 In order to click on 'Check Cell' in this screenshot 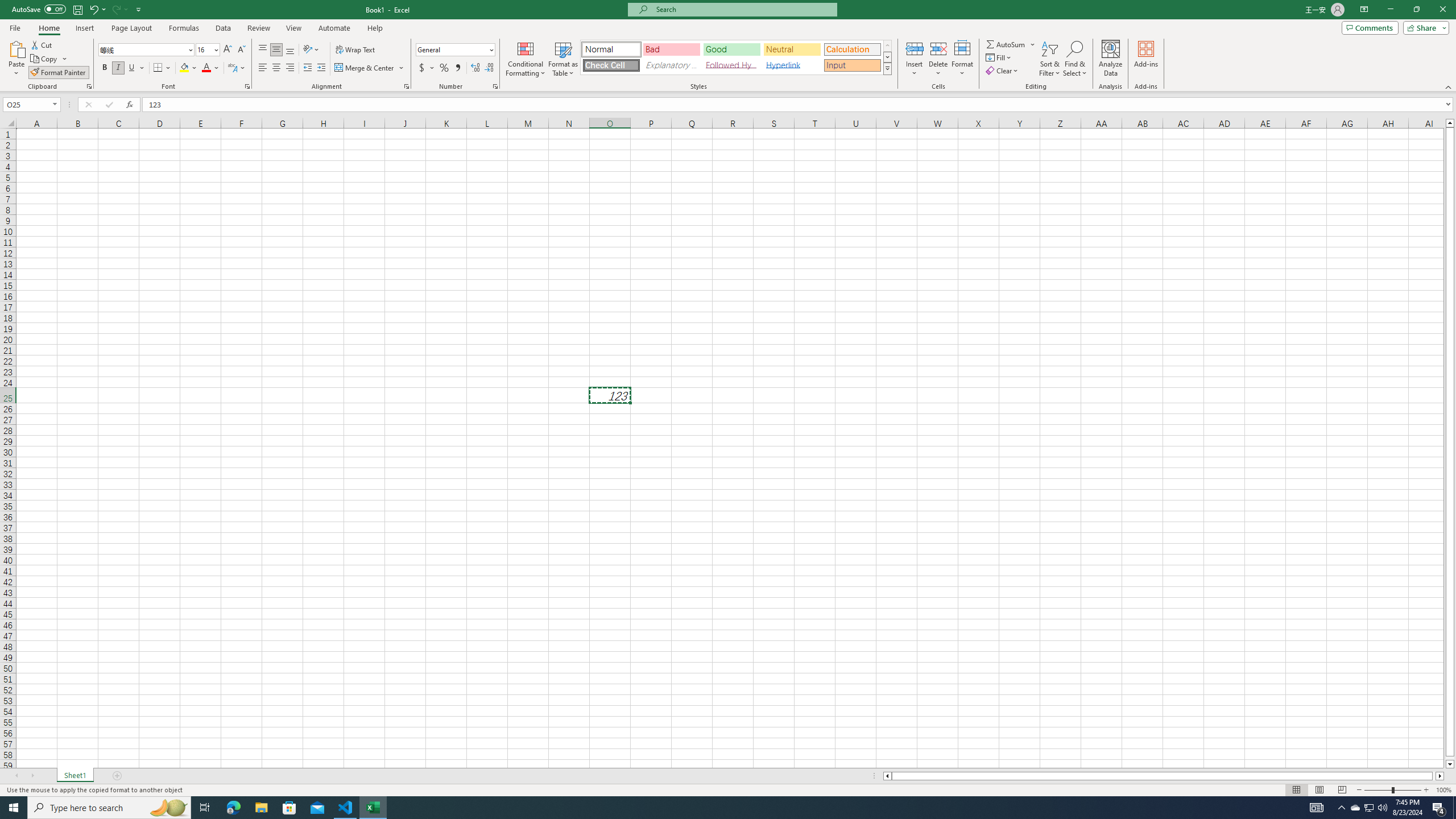, I will do `click(611, 65)`.